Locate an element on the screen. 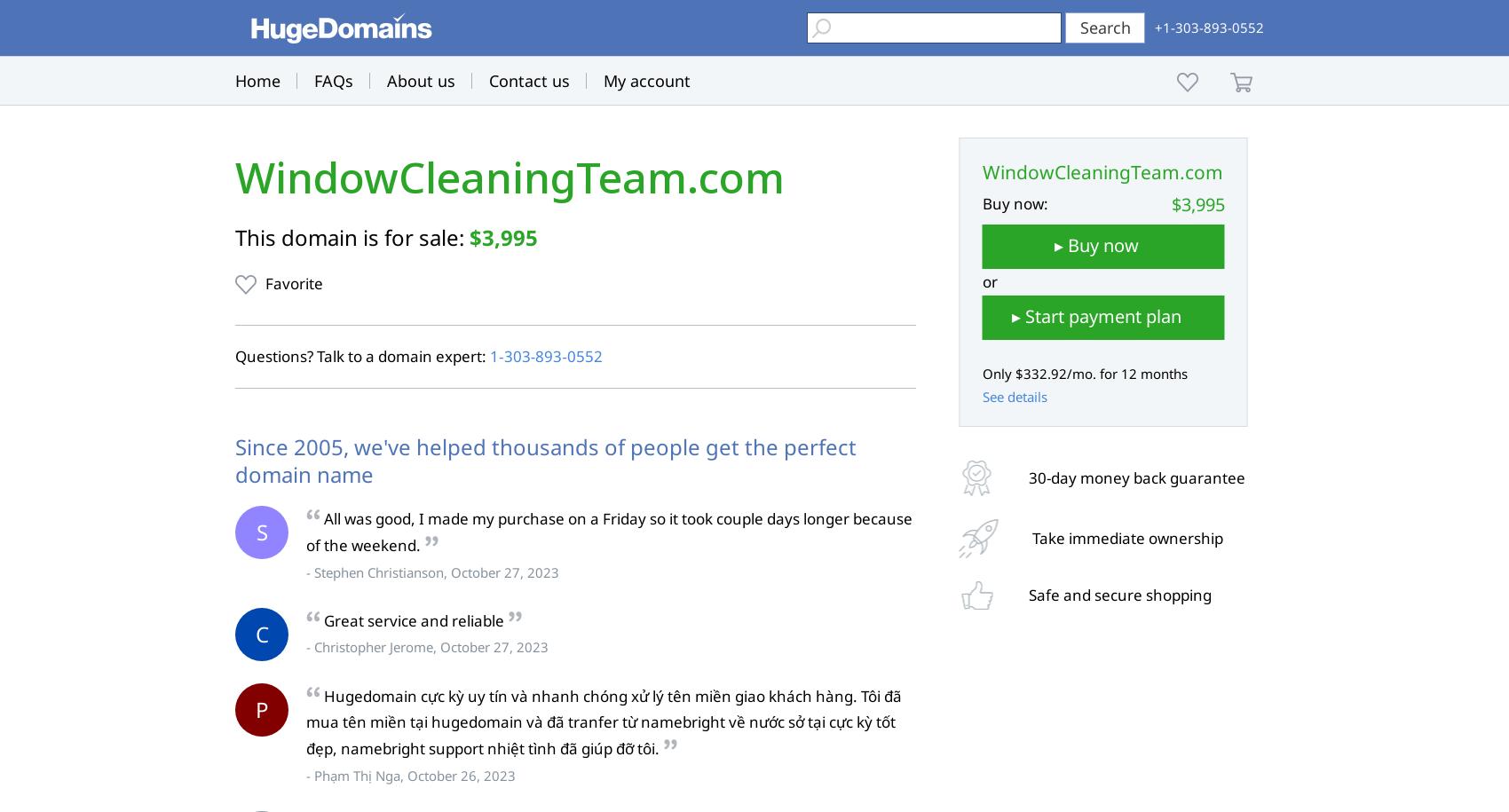 This screenshot has width=1509, height=812. 'This domain is for sale:' is located at coordinates (351, 236).